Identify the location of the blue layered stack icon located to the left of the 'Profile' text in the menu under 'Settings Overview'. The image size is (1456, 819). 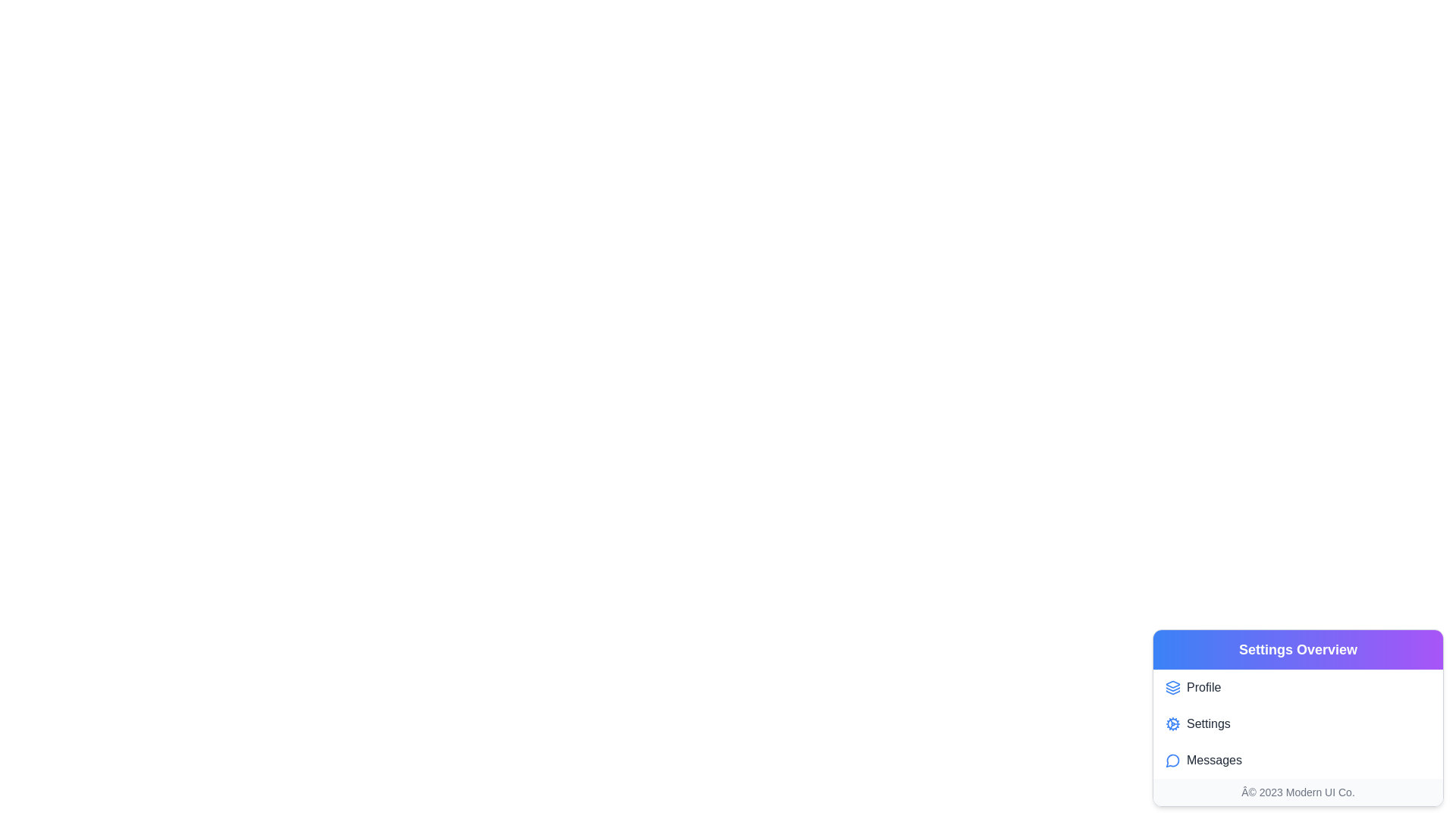
(1172, 687).